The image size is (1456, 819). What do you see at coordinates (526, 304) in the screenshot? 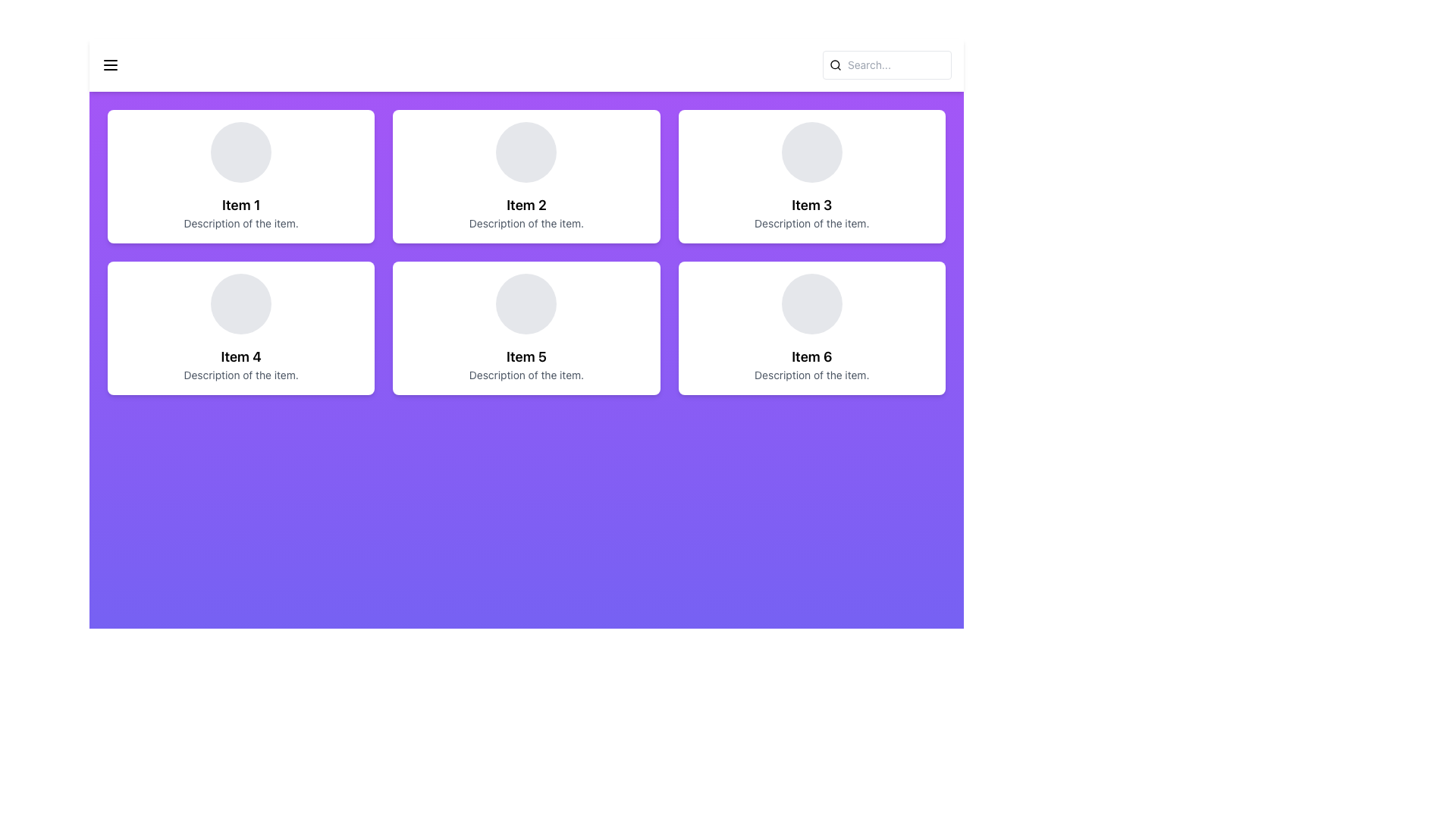
I see `the decorative visual or placeholder element located in the upper central section of the card labeled 'Item 5', which is in the second row and second column of the grid layout` at bounding box center [526, 304].